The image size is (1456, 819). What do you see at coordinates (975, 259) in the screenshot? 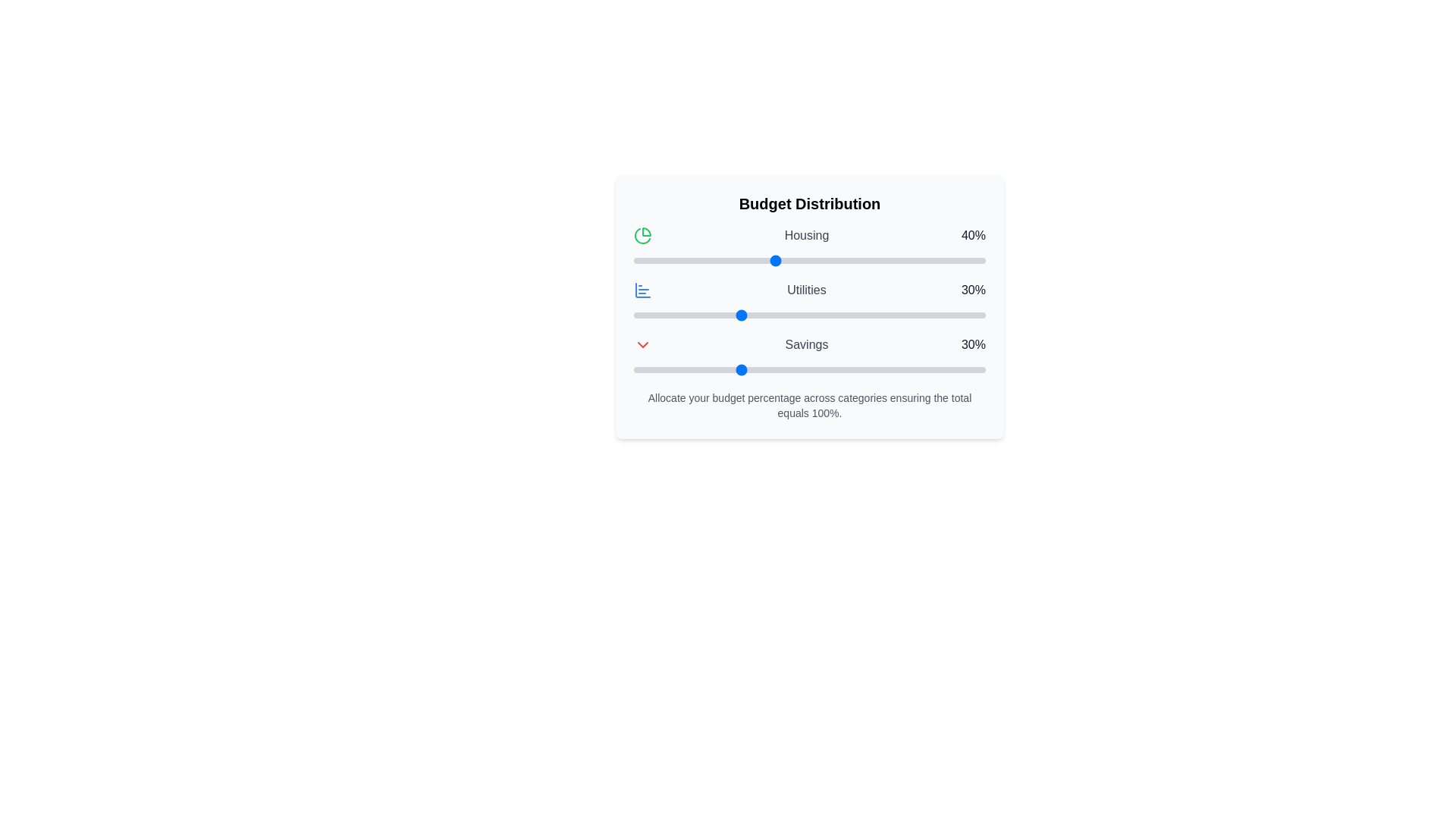
I see `the Housing percentage slider` at bounding box center [975, 259].